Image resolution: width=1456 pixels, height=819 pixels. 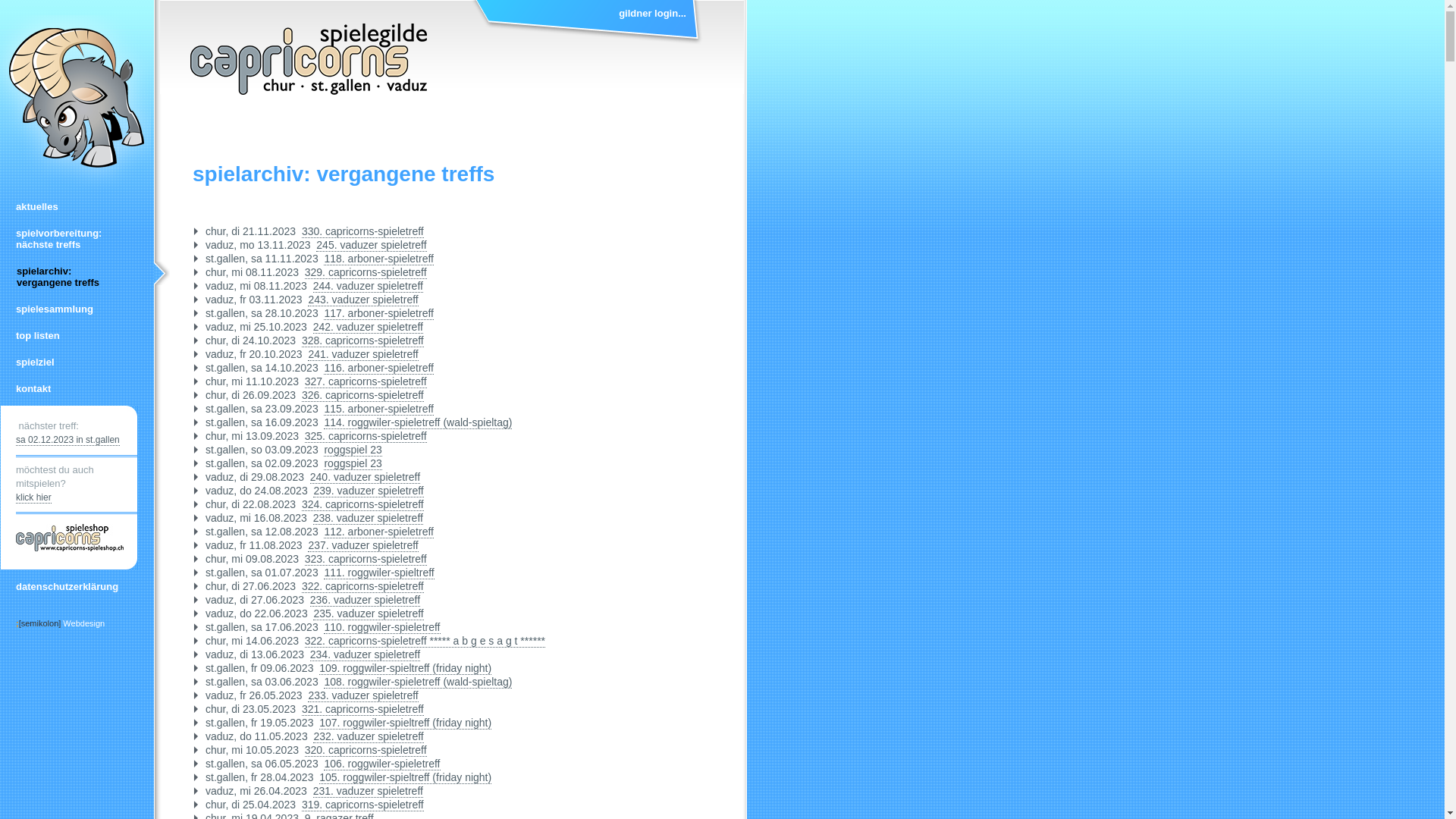 I want to click on '321. capricorns-spieletreff', so click(x=362, y=709).